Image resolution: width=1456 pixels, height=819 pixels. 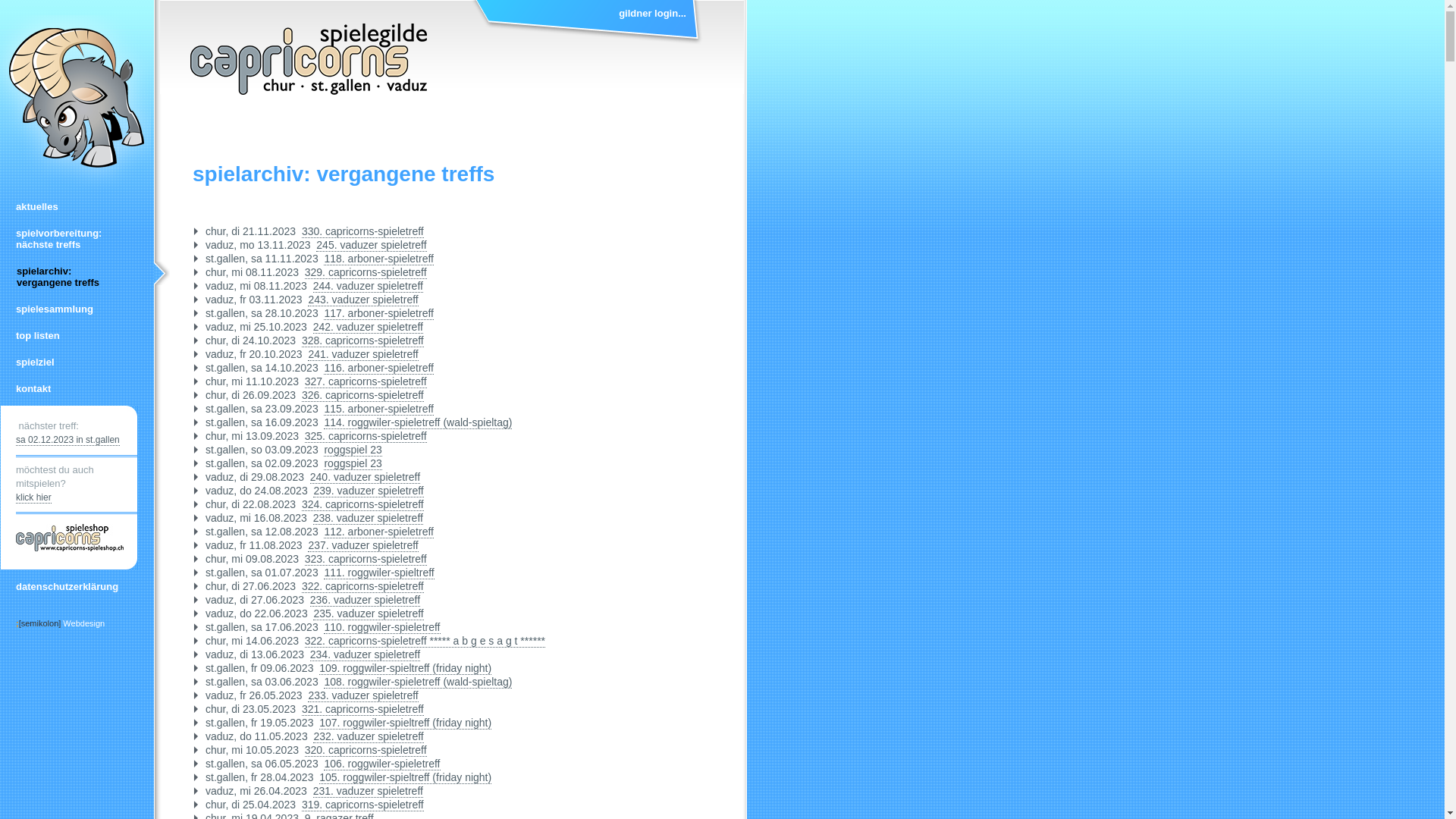 I want to click on '321. capricorns-spieletreff', so click(x=362, y=709).